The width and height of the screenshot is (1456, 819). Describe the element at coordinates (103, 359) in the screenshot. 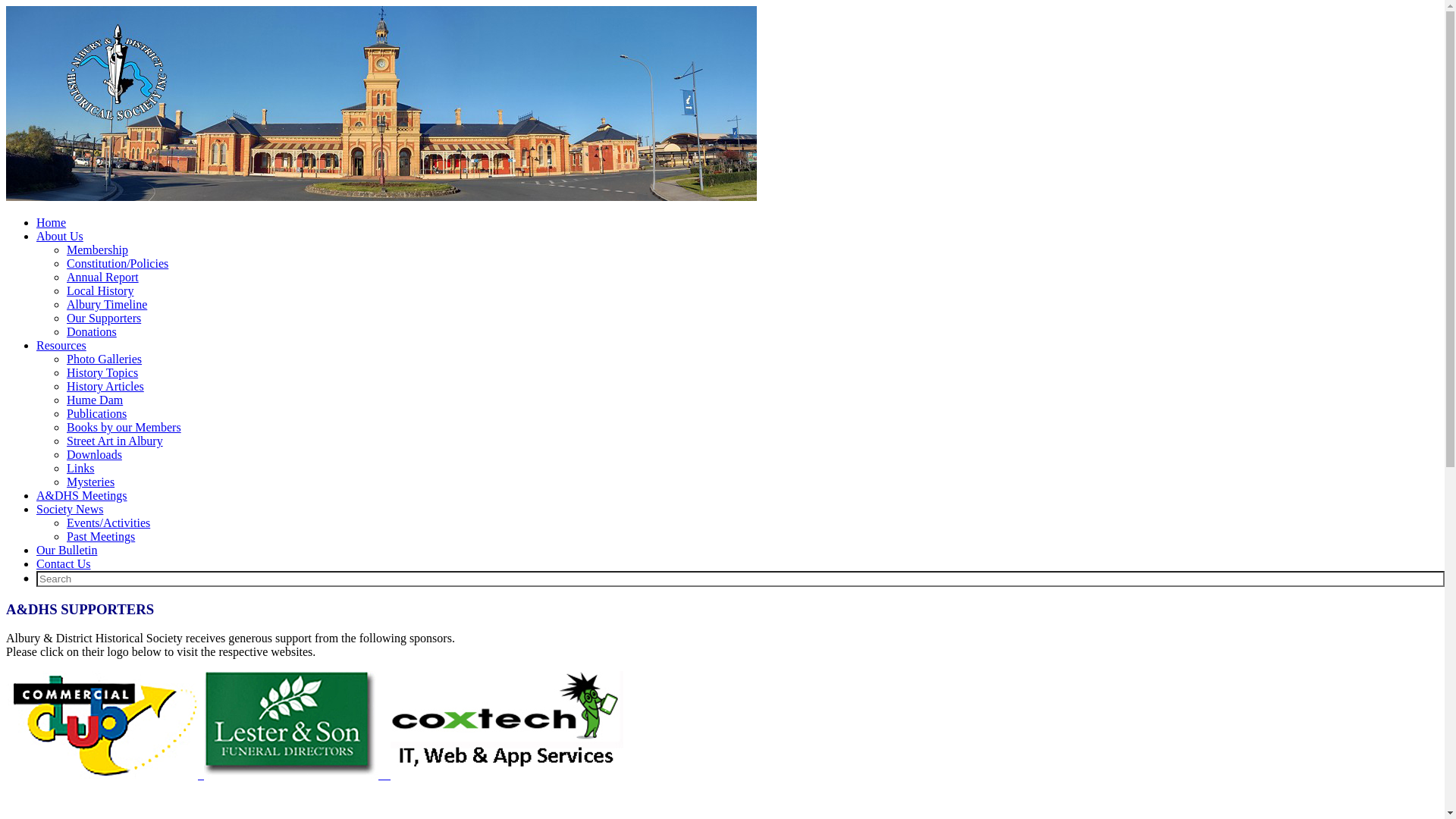

I see `'Photo Galleries'` at that location.